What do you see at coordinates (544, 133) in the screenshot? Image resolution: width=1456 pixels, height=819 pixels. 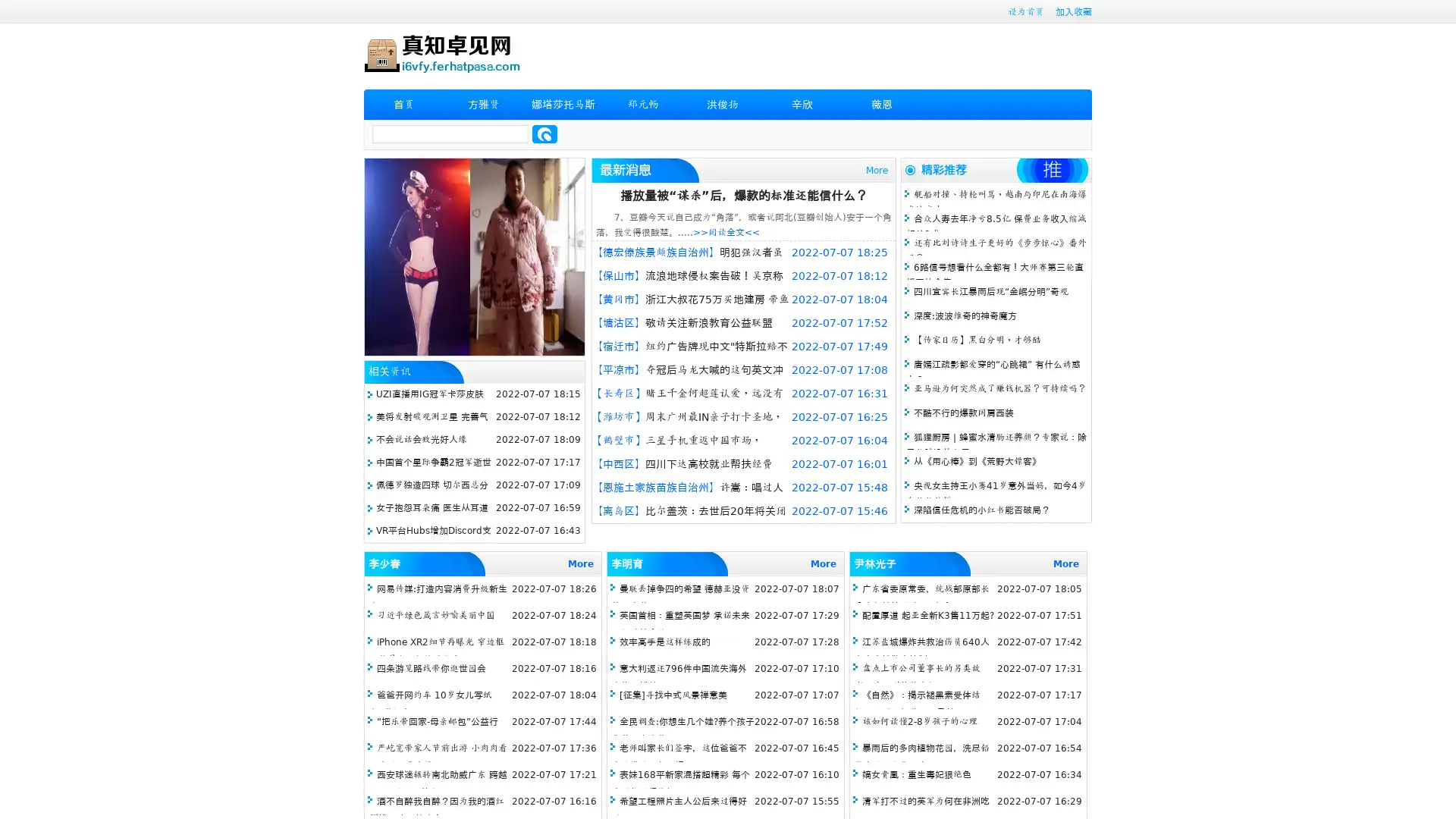 I see `Search` at bounding box center [544, 133].